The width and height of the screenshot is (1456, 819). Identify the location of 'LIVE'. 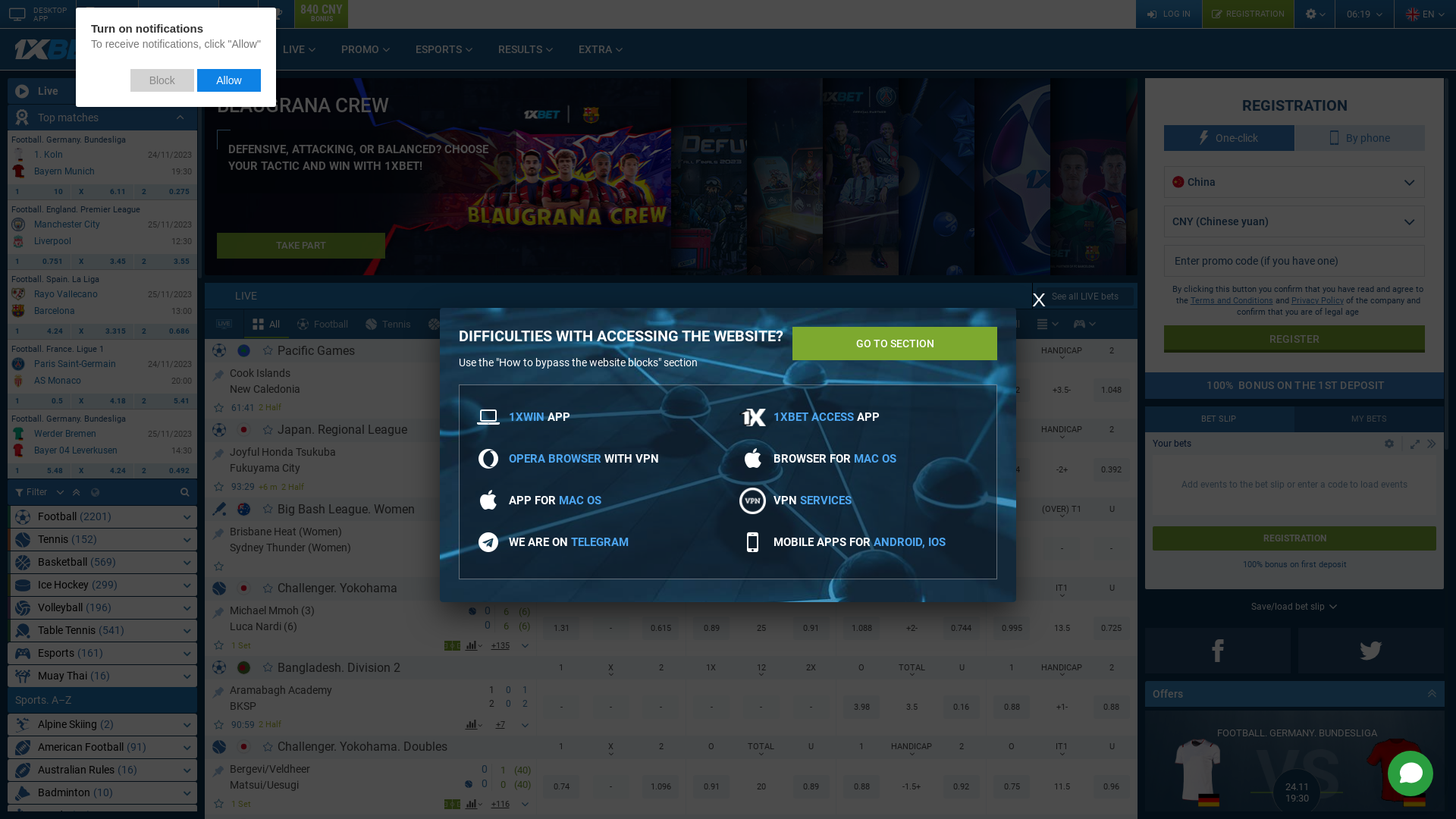
(300, 49).